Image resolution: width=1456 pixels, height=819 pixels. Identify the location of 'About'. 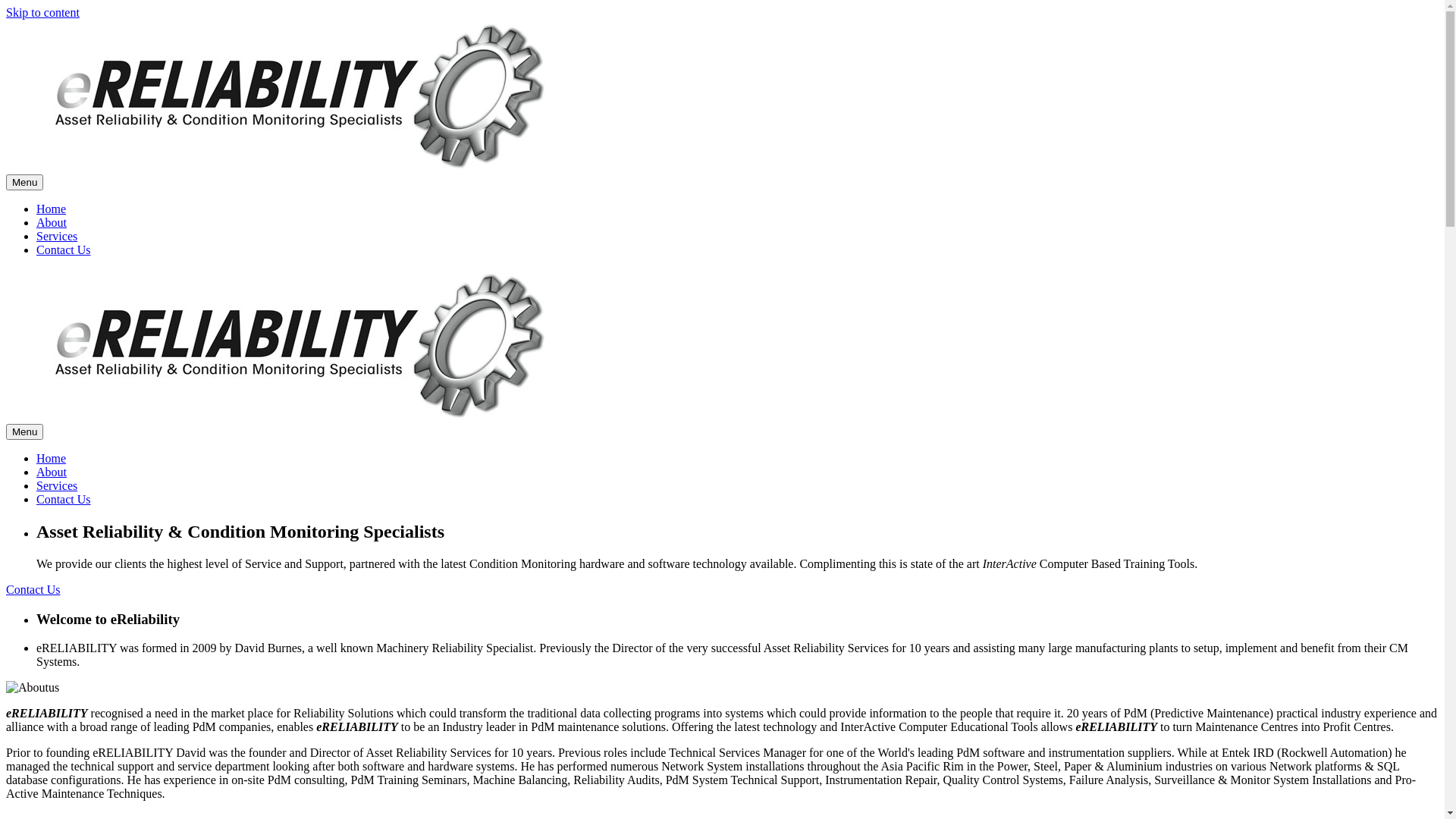
(36, 471).